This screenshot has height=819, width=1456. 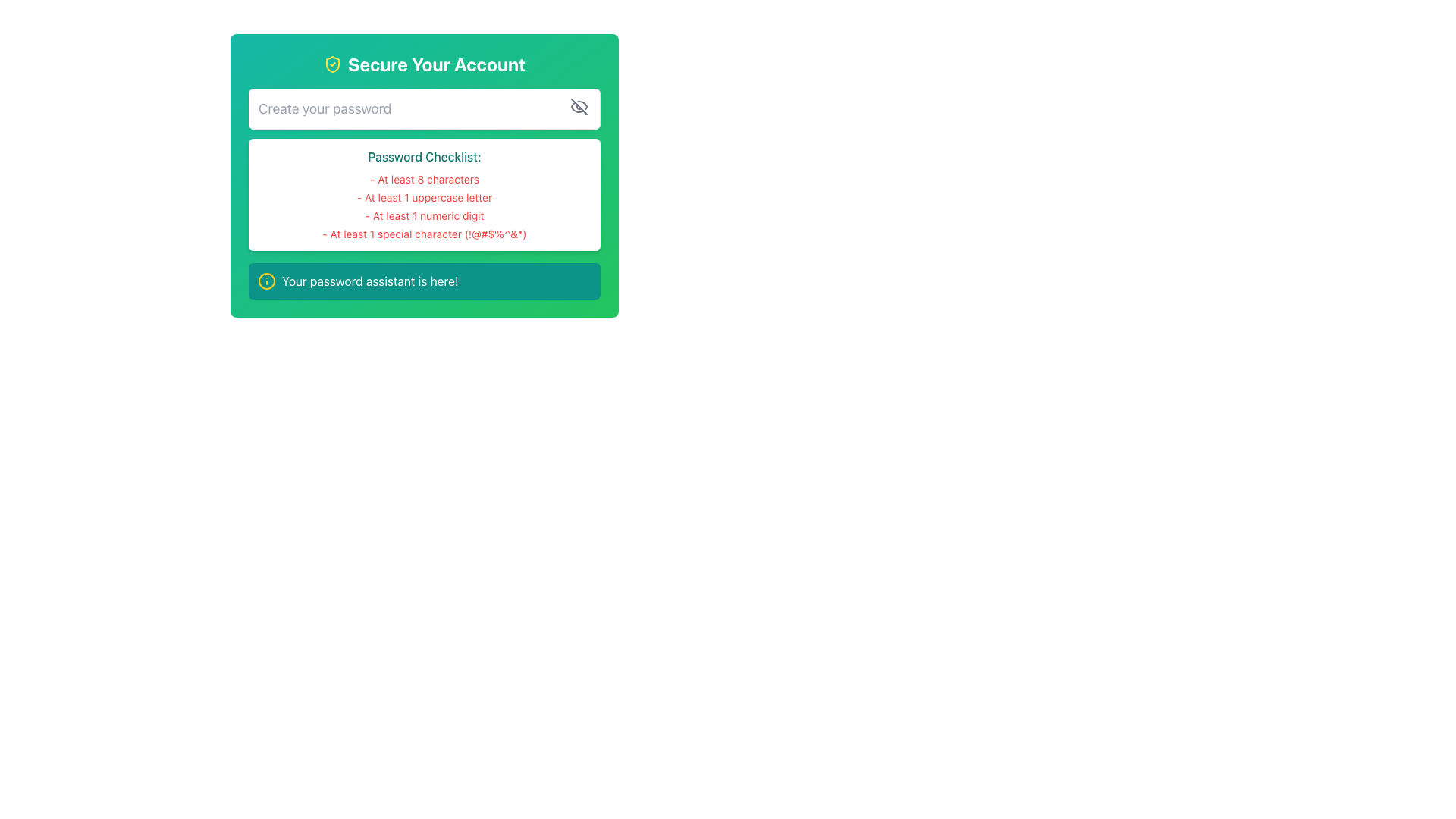 What do you see at coordinates (266, 281) in the screenshot?
I see `the circular icon with a yellow border and central information icon, located at the left side of the text 'Your password assistant is here!' in the teal band at the bottom of the password module` at bounding box center [266, 281].